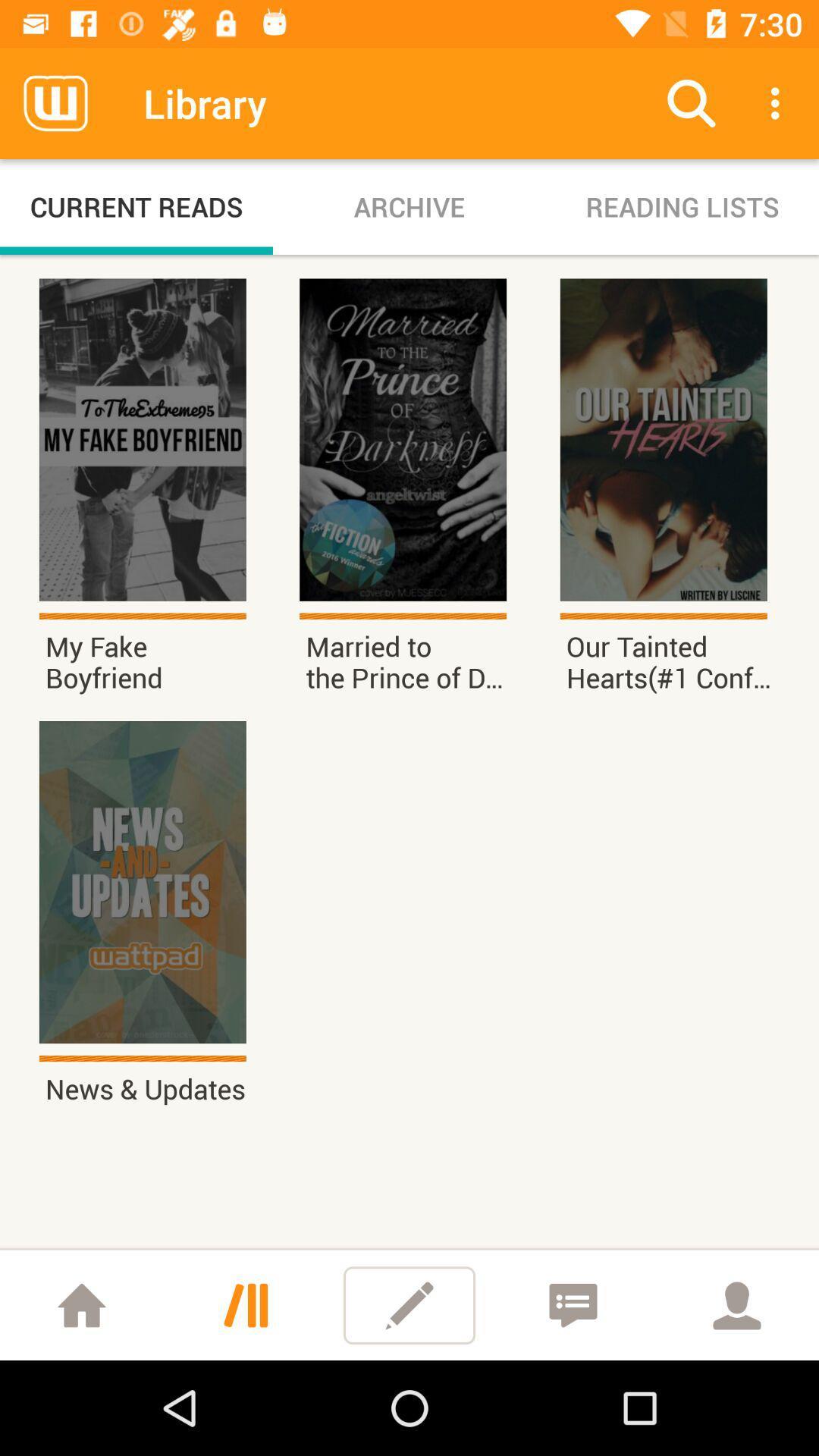  What do you see at coordinates (691, 102) in the screenshot?
I see `icon to the right of archive` at bounding box center [691, 102].